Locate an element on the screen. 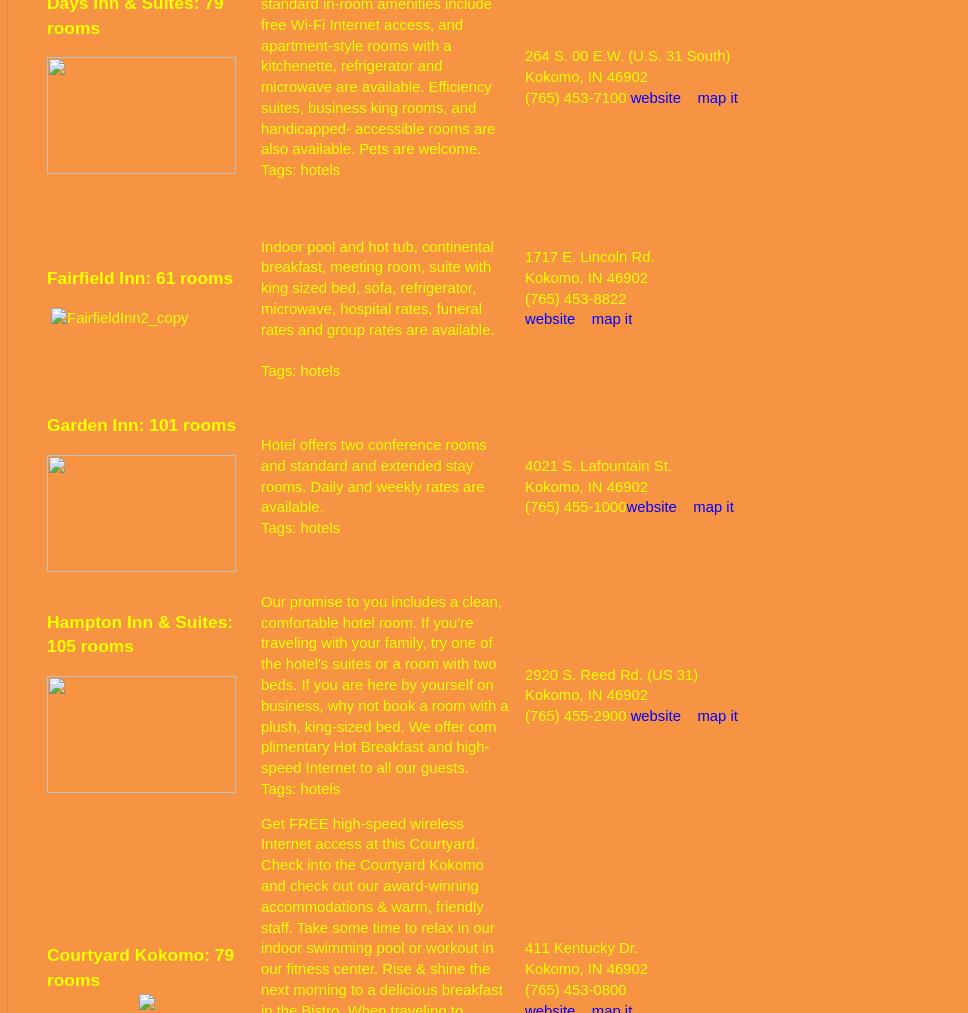 This screenshot has height=1013, width=968. 'Our promise to you includes a clean, comfortable hotel room. If you're traveling with your family, try one of the hotel's suites or a room with two beds. If you are here by yourself on business, why not book a room with a plush, king-sized bed. We offer com plimentary Hot Breakfast and high- speed Internet to all our guests.' is located at coordinates (383, 683).